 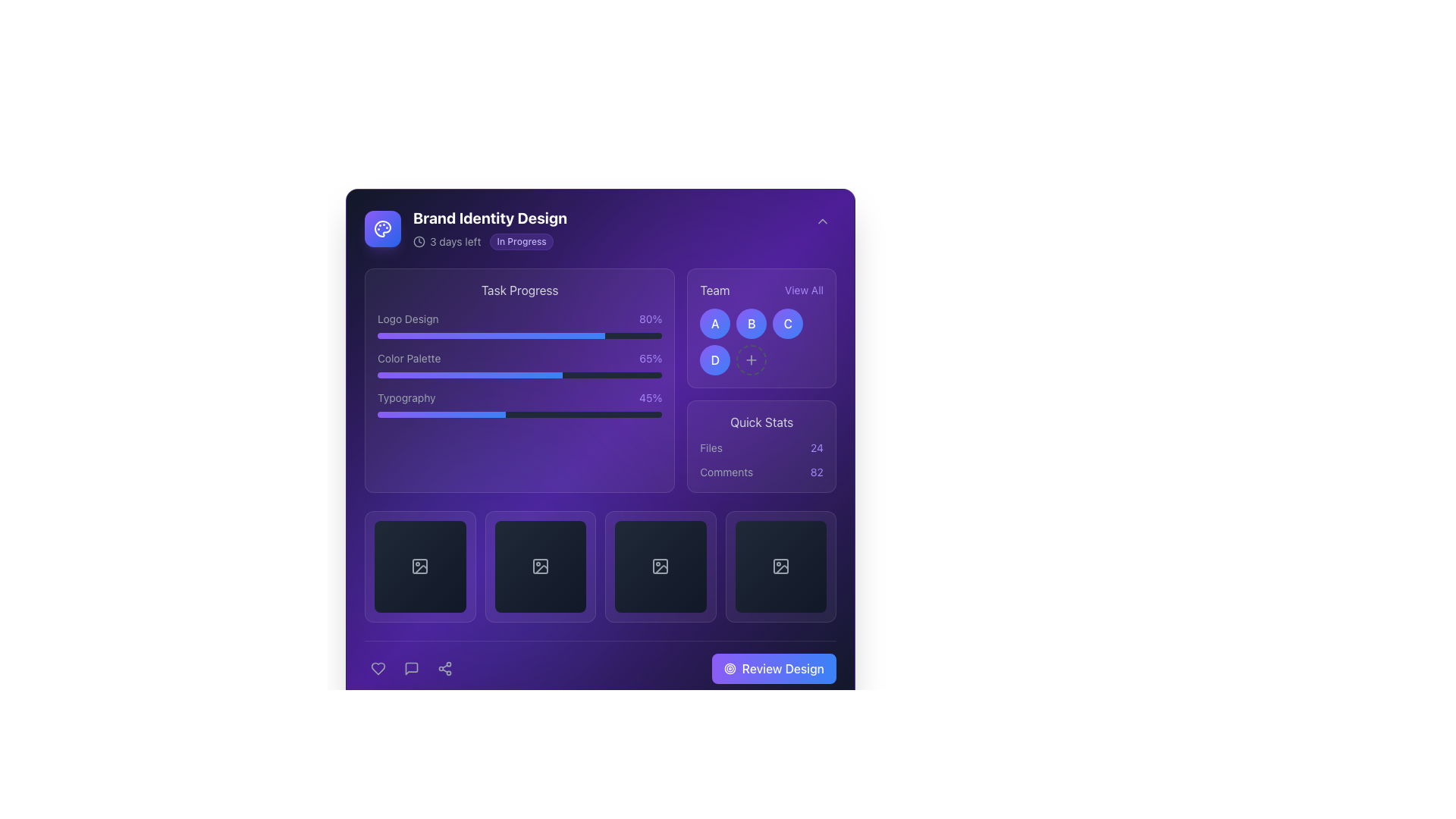 What do you see at coordinates (780, 566) in the screenshot?
I see `the Icon button located at the bottom-right corner of the grid of four similar cards to change its color` at bounding box center [780, 566].